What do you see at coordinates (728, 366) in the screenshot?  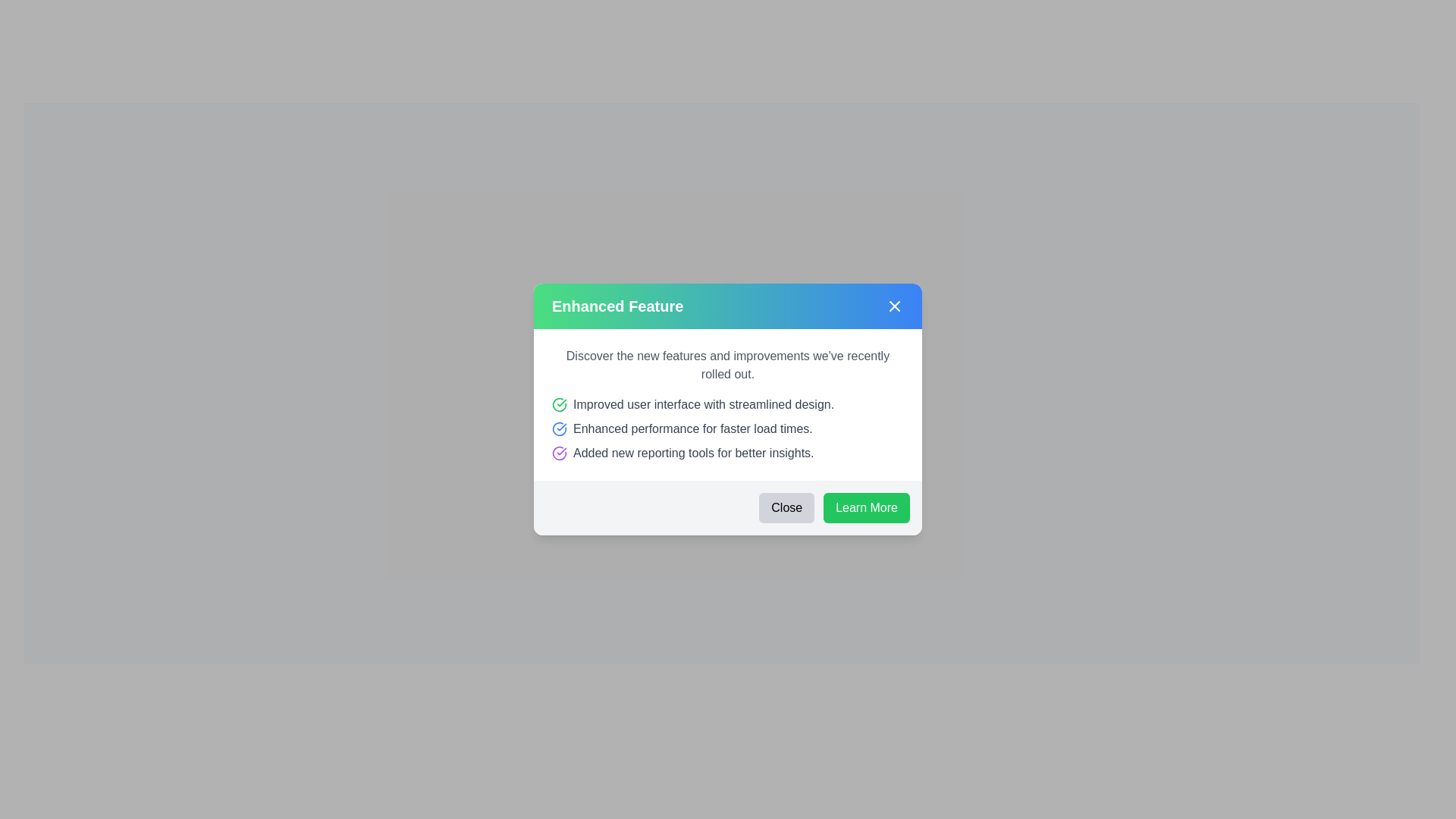 I see `the introductory text label in the modal dialog box that describes recent updates or features, located beneath the title 'Enhanced Feature'` at bounding box center [728, 366].